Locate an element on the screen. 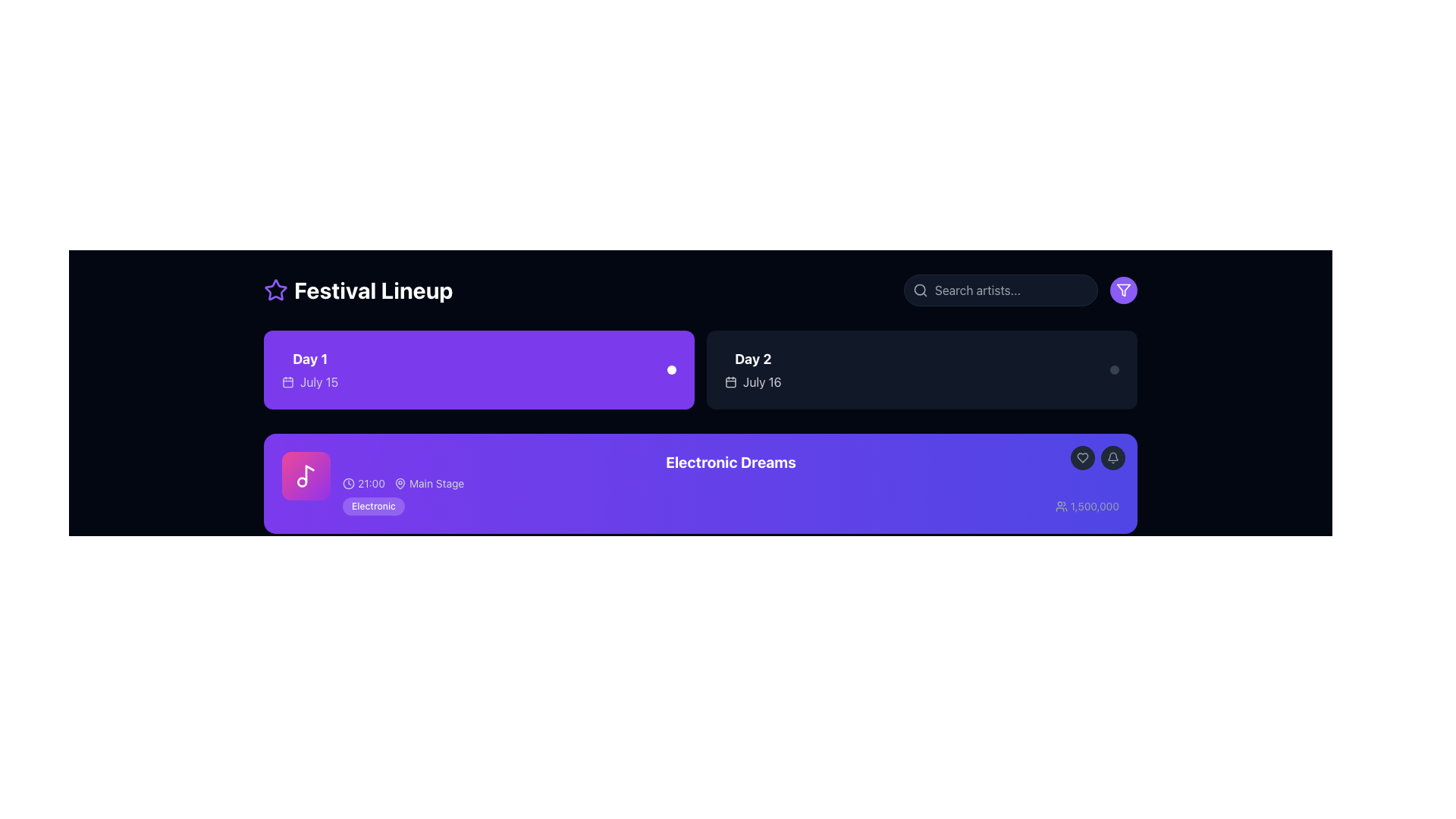  the square icon featuring a white music note is located at coordinates (305, 475).